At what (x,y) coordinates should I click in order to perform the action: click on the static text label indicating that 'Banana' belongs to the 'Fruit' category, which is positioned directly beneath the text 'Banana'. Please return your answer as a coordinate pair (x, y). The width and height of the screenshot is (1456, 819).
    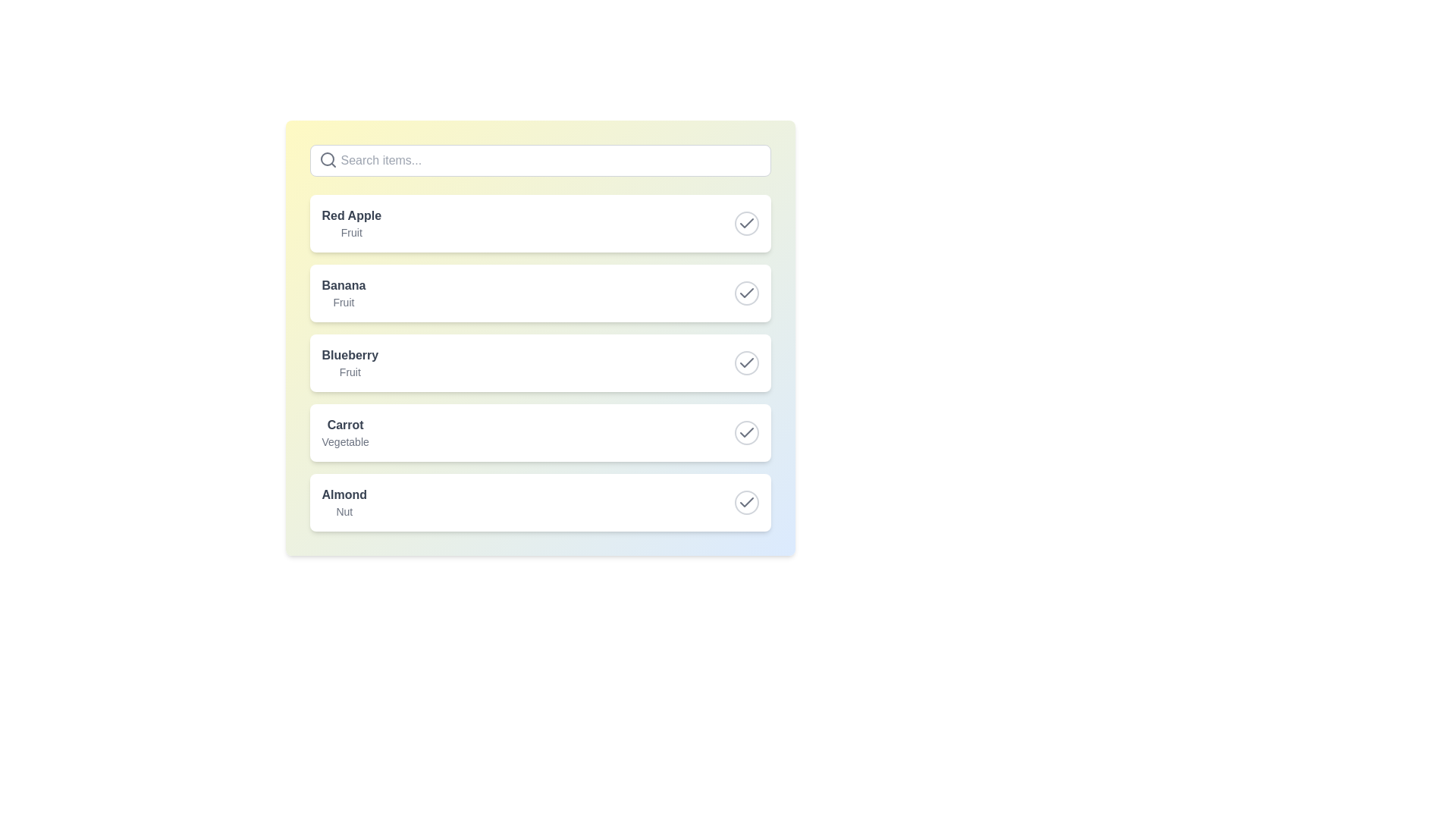
    Looking at the image, I should click on (343, 302).